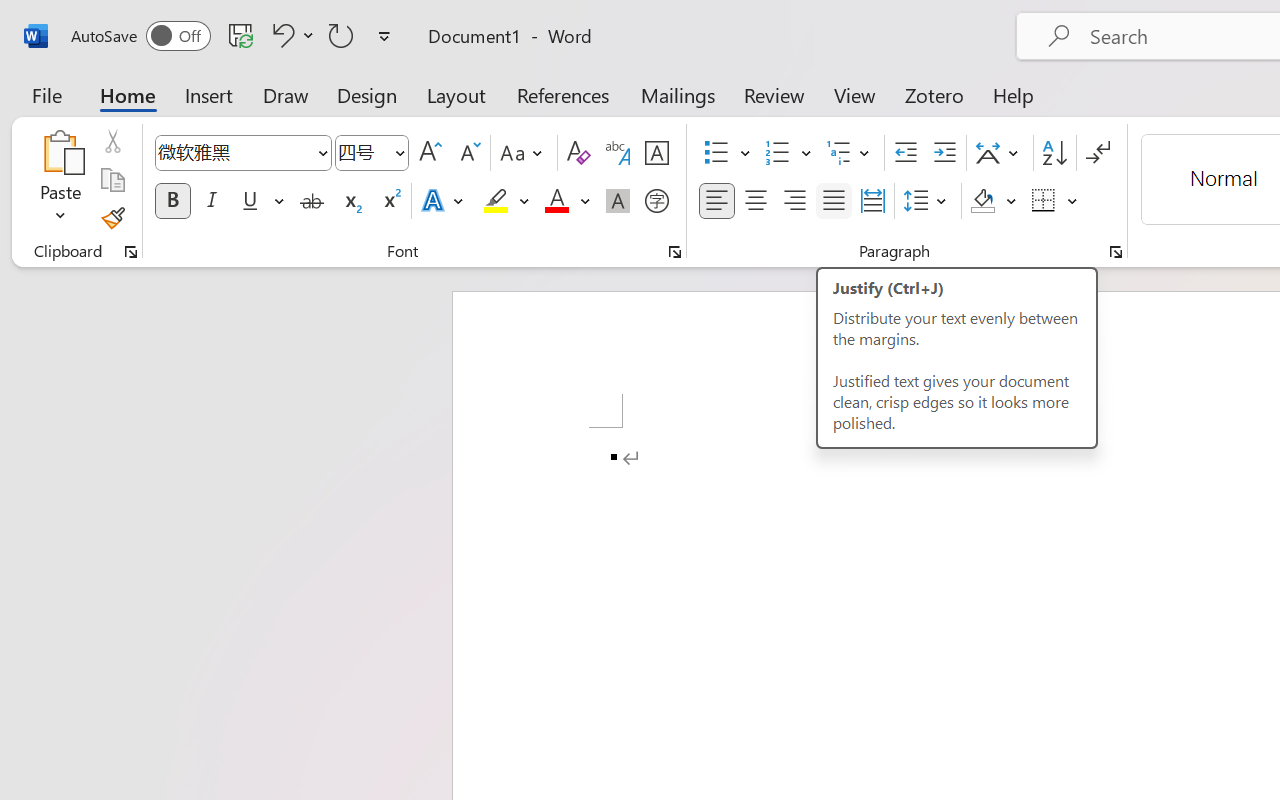 This screenshot has height=800, width=1280. I want to click on 'Undo <ApplyStyleToDoc>b__0', so click(289, 34).